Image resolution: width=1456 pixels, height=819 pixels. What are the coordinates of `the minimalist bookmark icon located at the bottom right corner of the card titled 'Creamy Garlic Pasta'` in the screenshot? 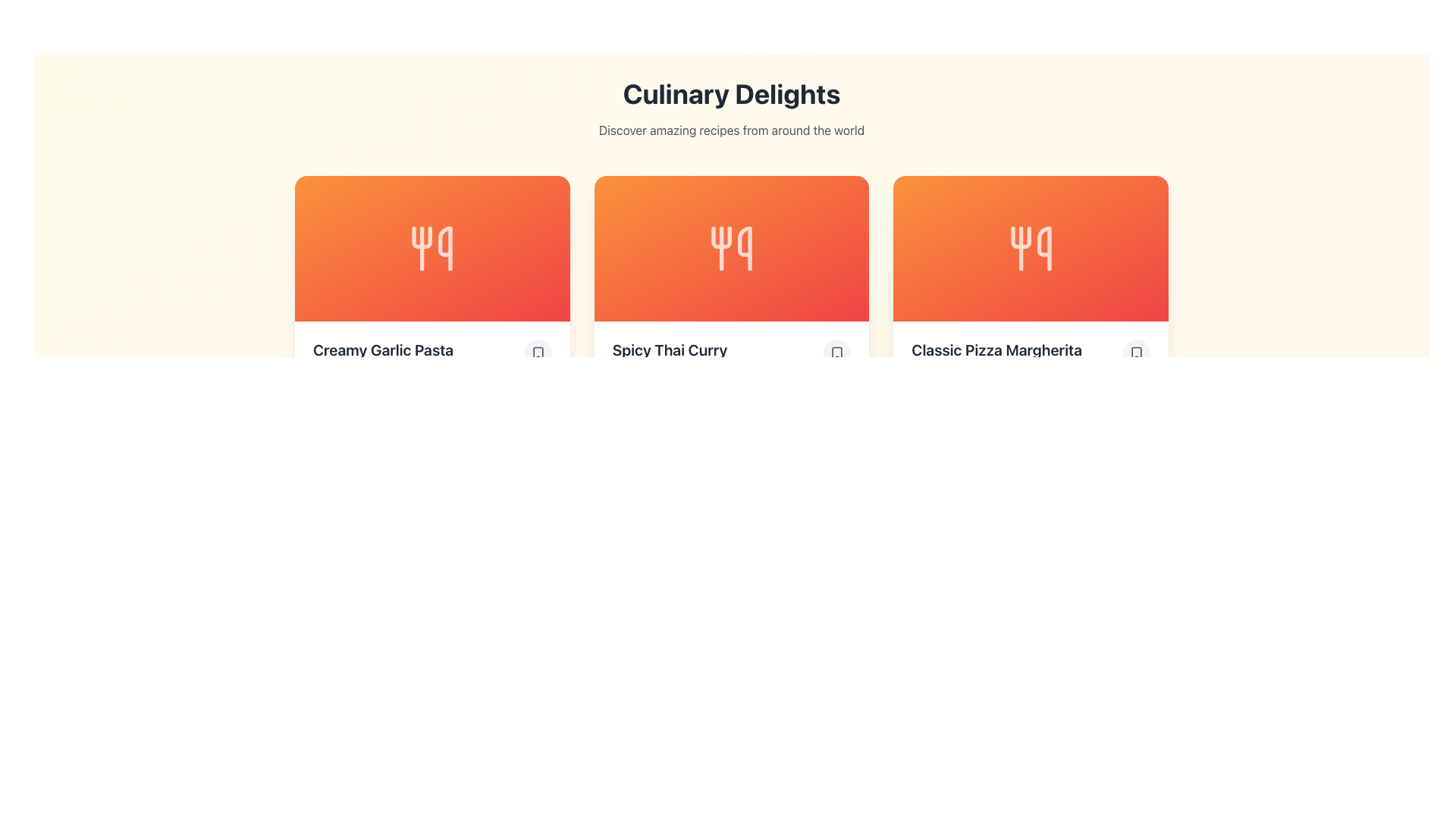 It's located at (538, 353).